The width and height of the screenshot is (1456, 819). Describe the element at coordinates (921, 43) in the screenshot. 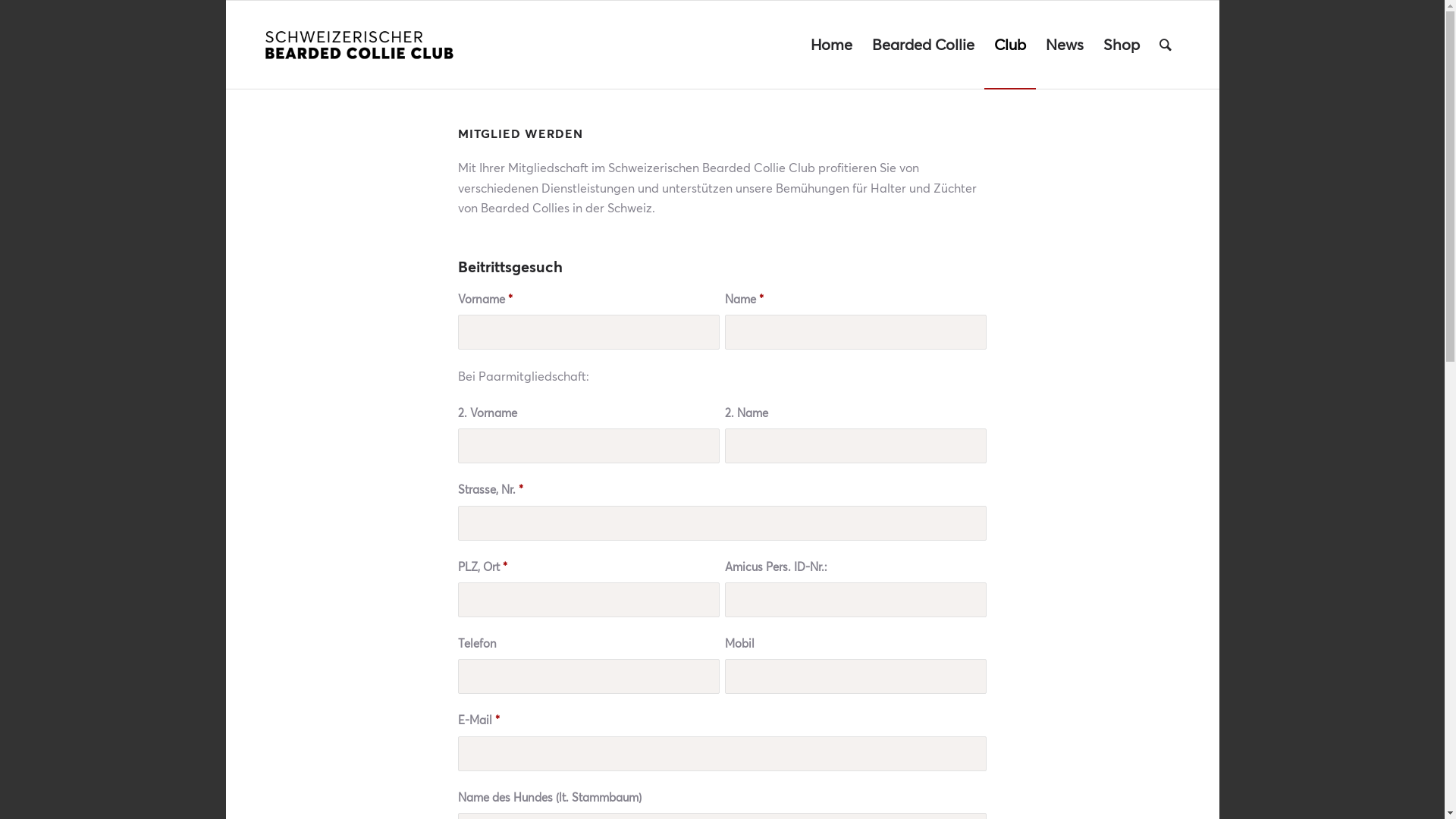

I see `'Bearded Collie'` at that location.